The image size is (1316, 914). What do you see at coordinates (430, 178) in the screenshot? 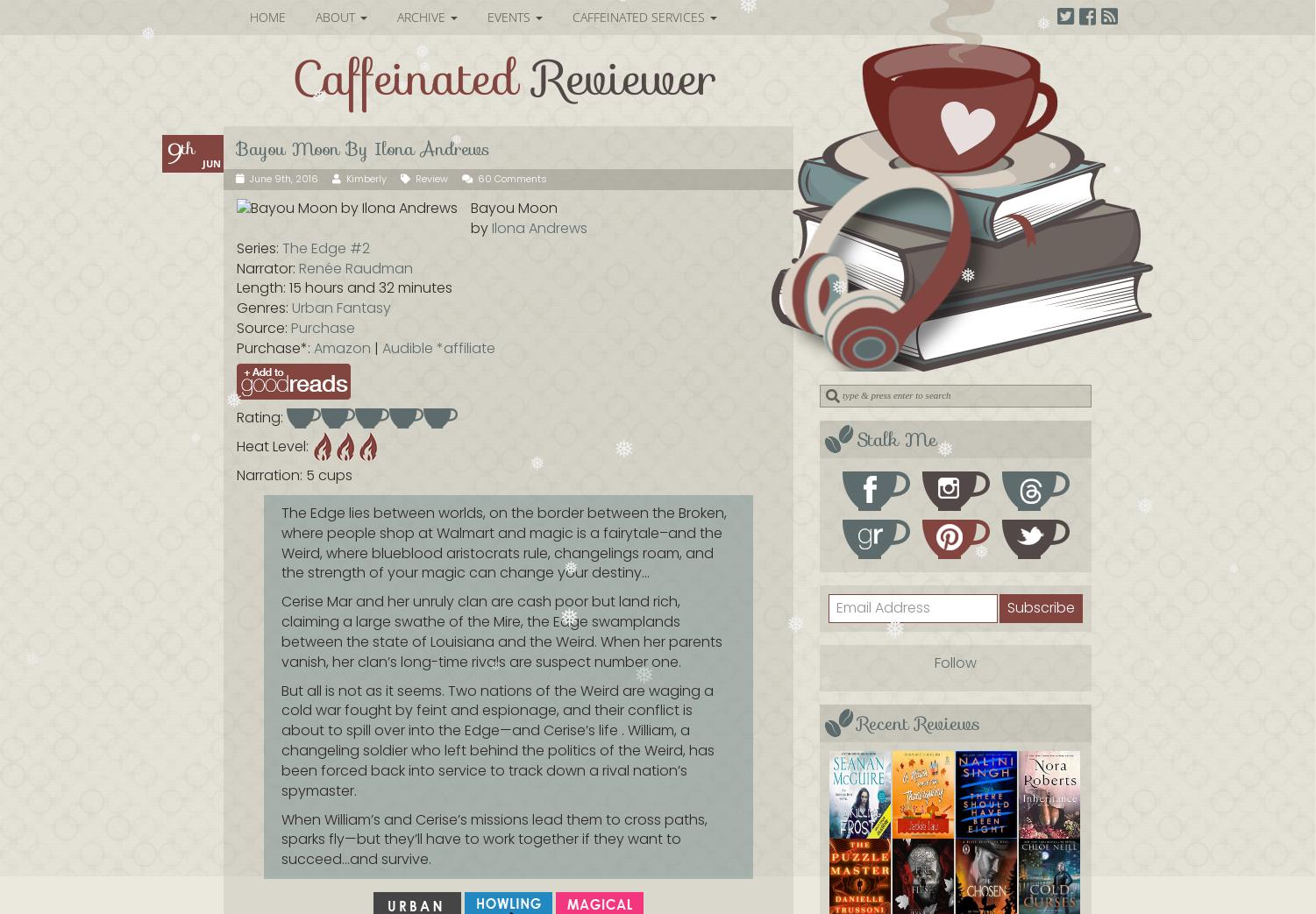
I see `'Review'` at bounding box center [430, 178].